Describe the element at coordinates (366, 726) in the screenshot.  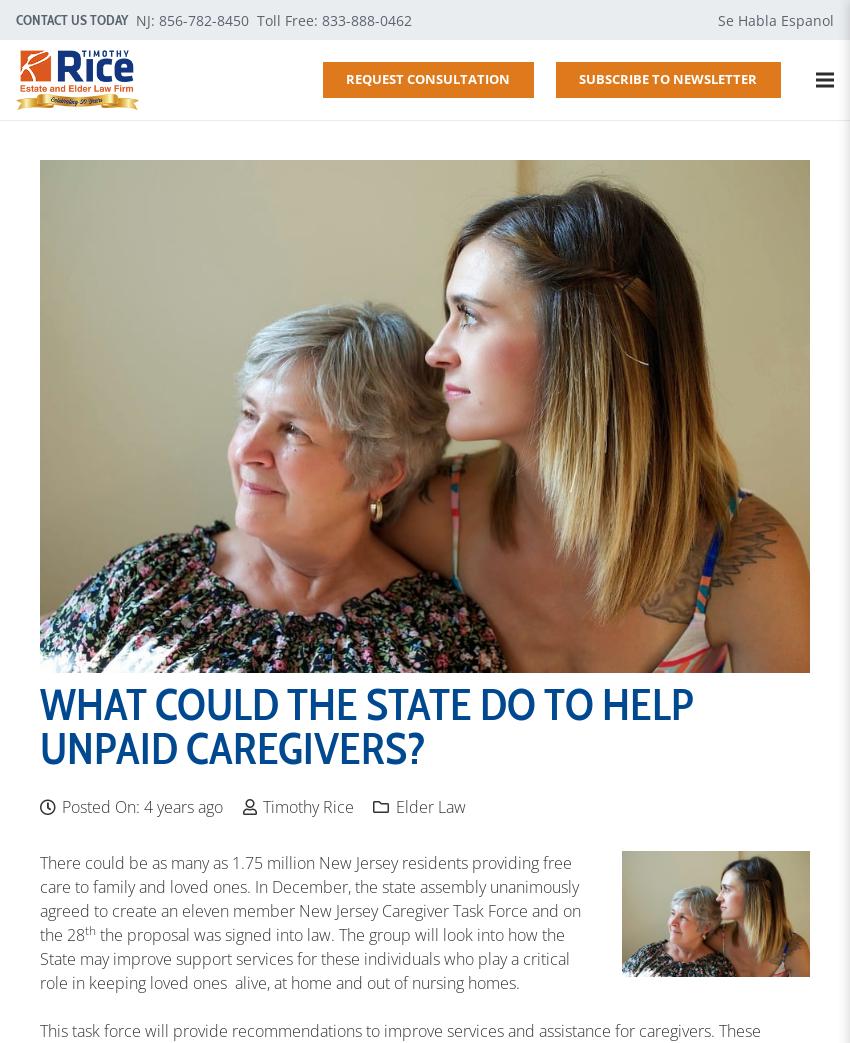
I see `'What Could the State Do to Help Unpaid Caregivers?'` at that location.